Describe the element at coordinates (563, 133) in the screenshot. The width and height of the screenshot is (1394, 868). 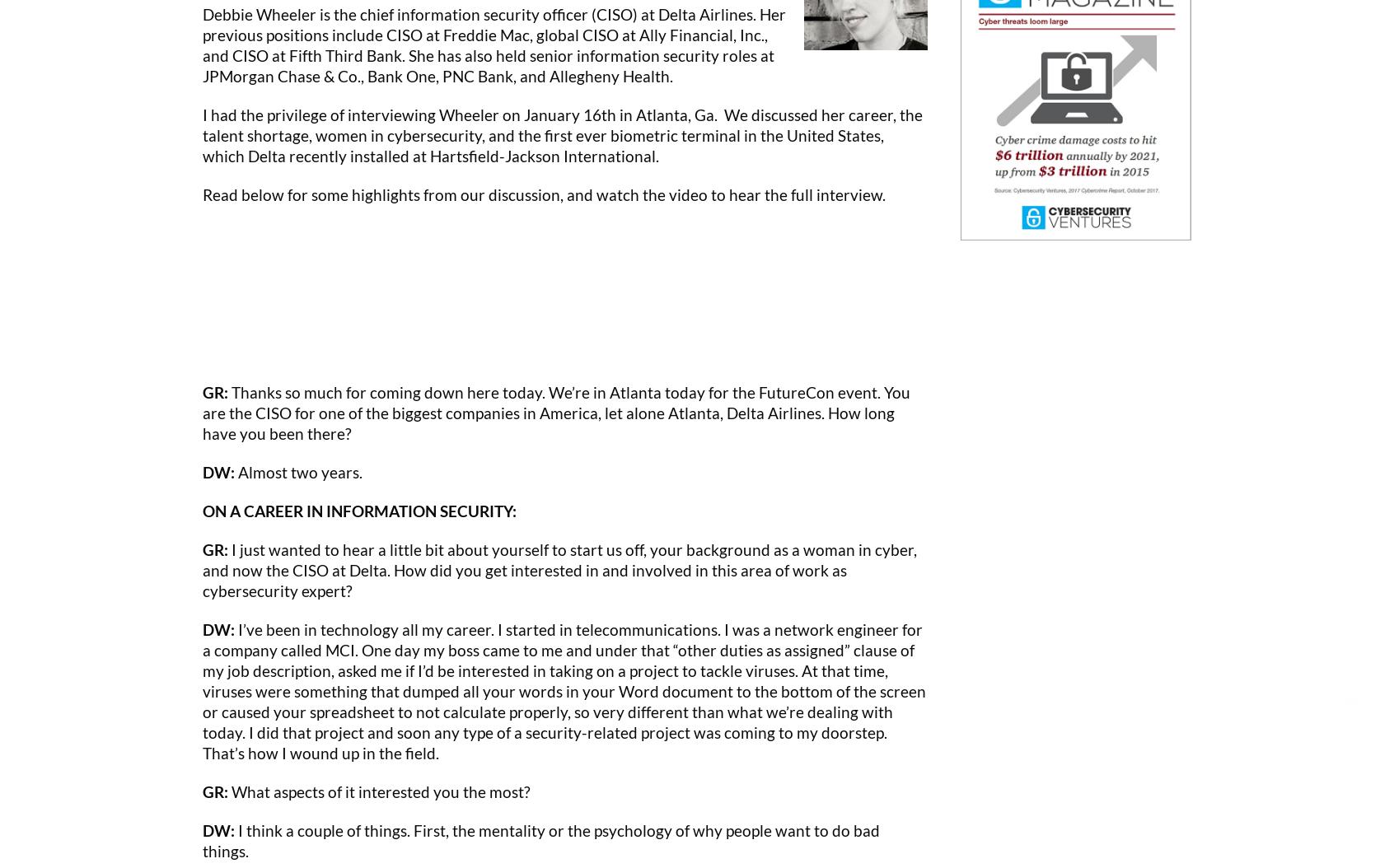
I see `'We discussed her career, the talent shortage, women in cybersecurity, and the first ever biometric terminal in the United States, which Delta recently installed at Hartsfield-Jackson International.'` at that location.